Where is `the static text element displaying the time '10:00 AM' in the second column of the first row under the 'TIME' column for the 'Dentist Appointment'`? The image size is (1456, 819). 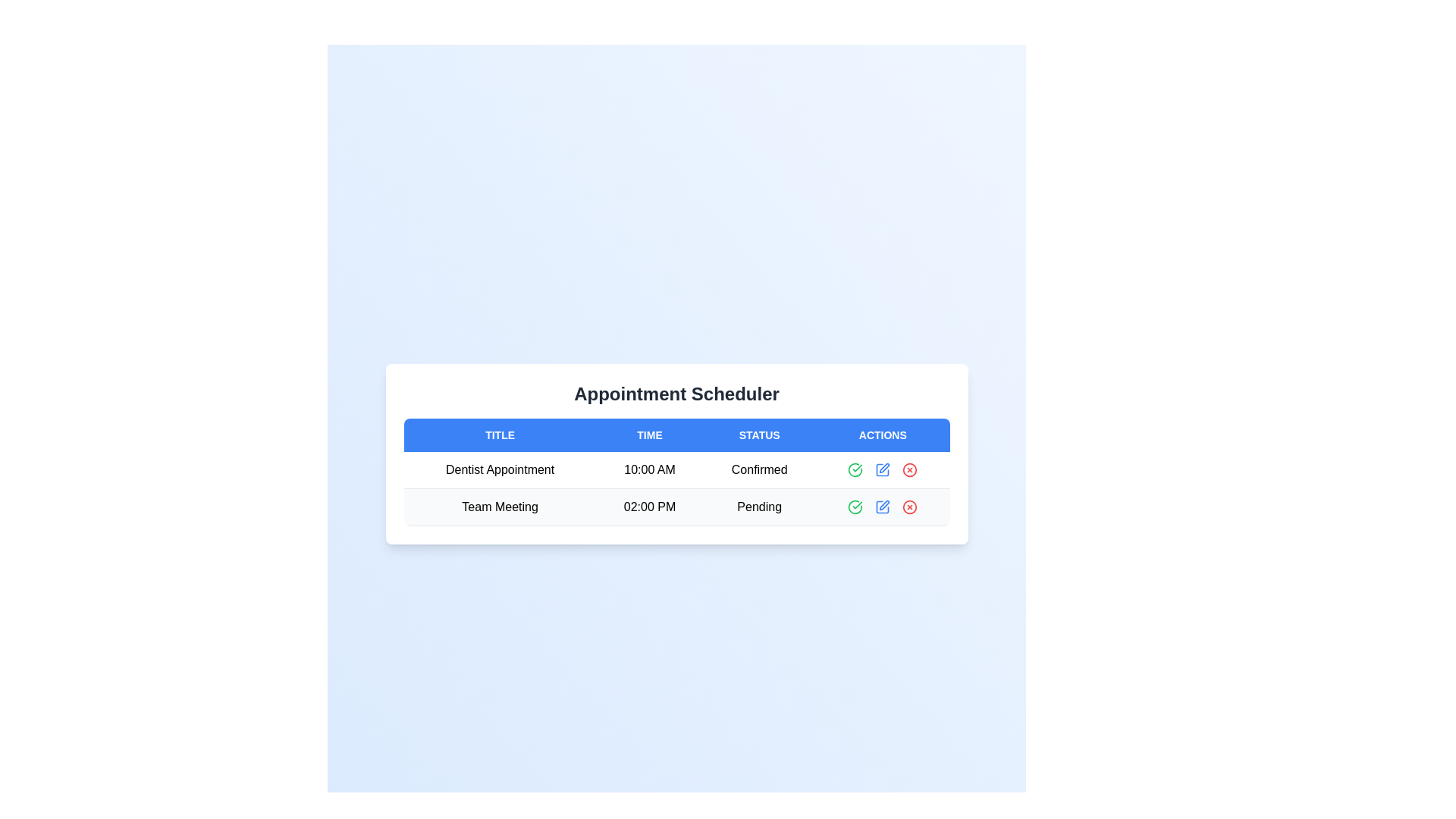 the static text element displaying the time '10:00 AM' in the second column of the first row under the 'TIME' column for the 'Dentist Appointment' is located at coordinates (650, 469).